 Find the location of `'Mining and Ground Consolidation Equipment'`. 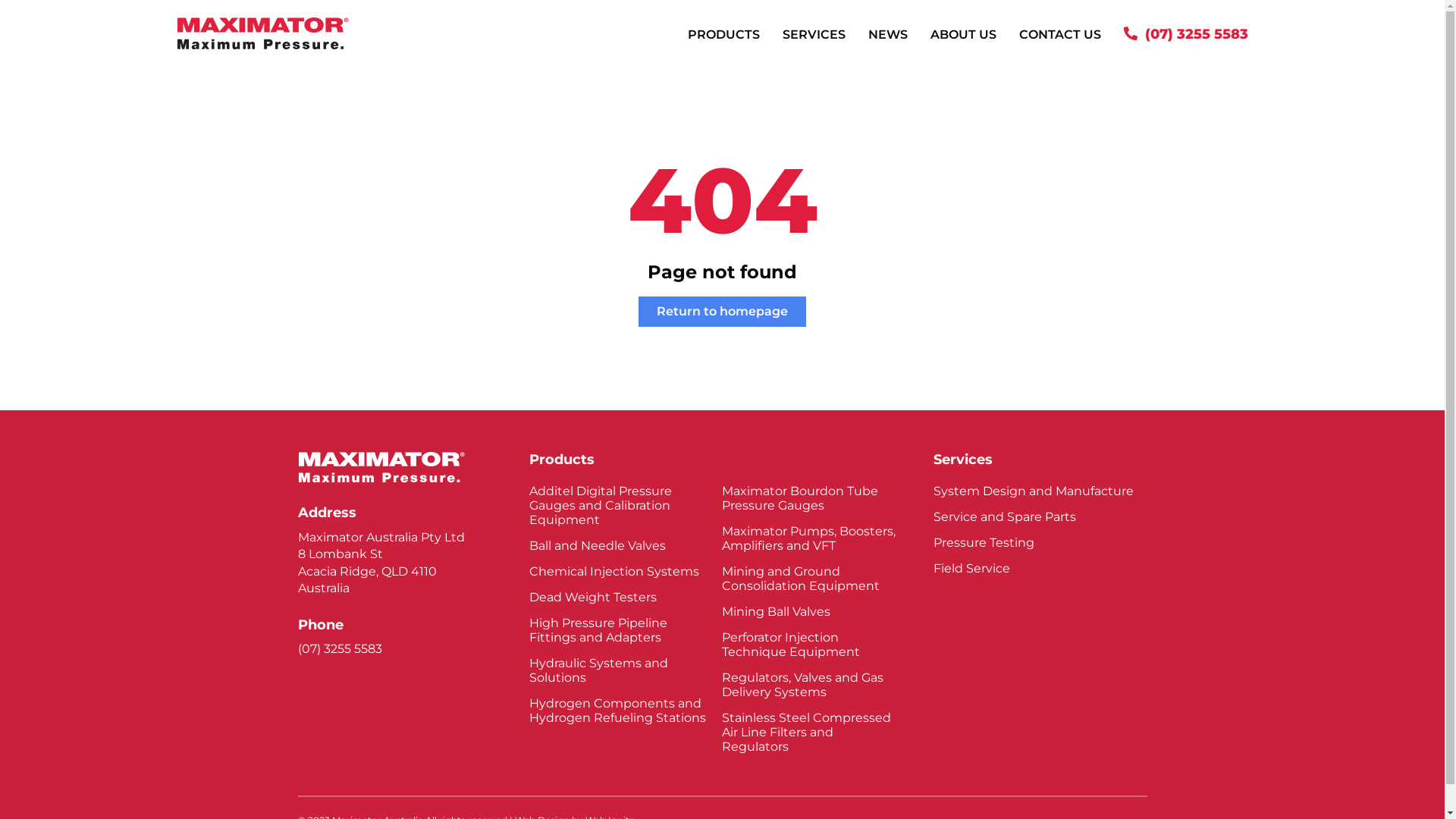

'Mining and Ground Consolidation Equipment' is located at coordinates (811, 579).